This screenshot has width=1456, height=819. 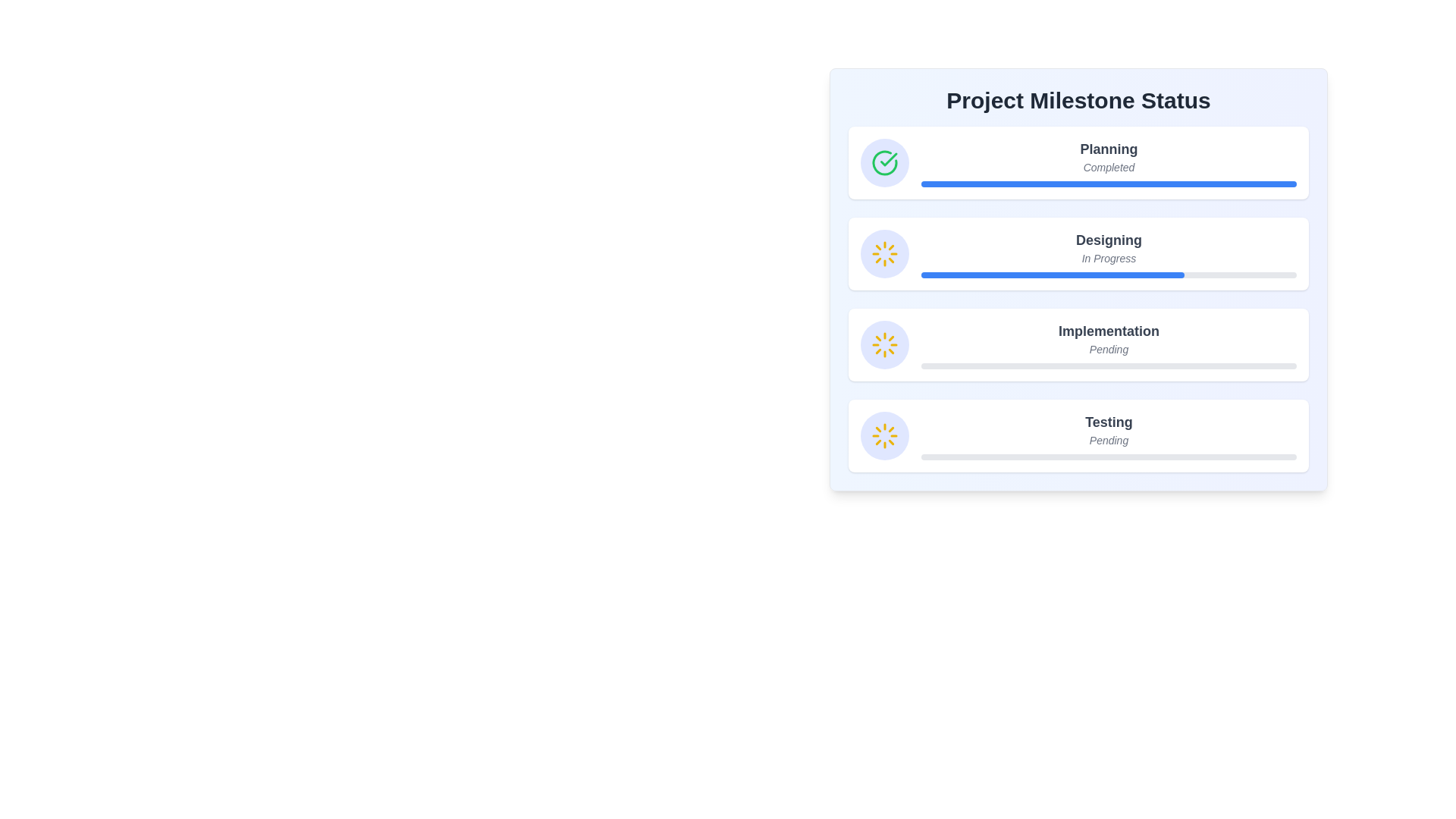 I want to click on the horizontal progress bar located beneath the 'Designing' label and 'In Progress' status description, which is the third item in the 'Project Milestone Status' list, so click(x=1109, y=275).